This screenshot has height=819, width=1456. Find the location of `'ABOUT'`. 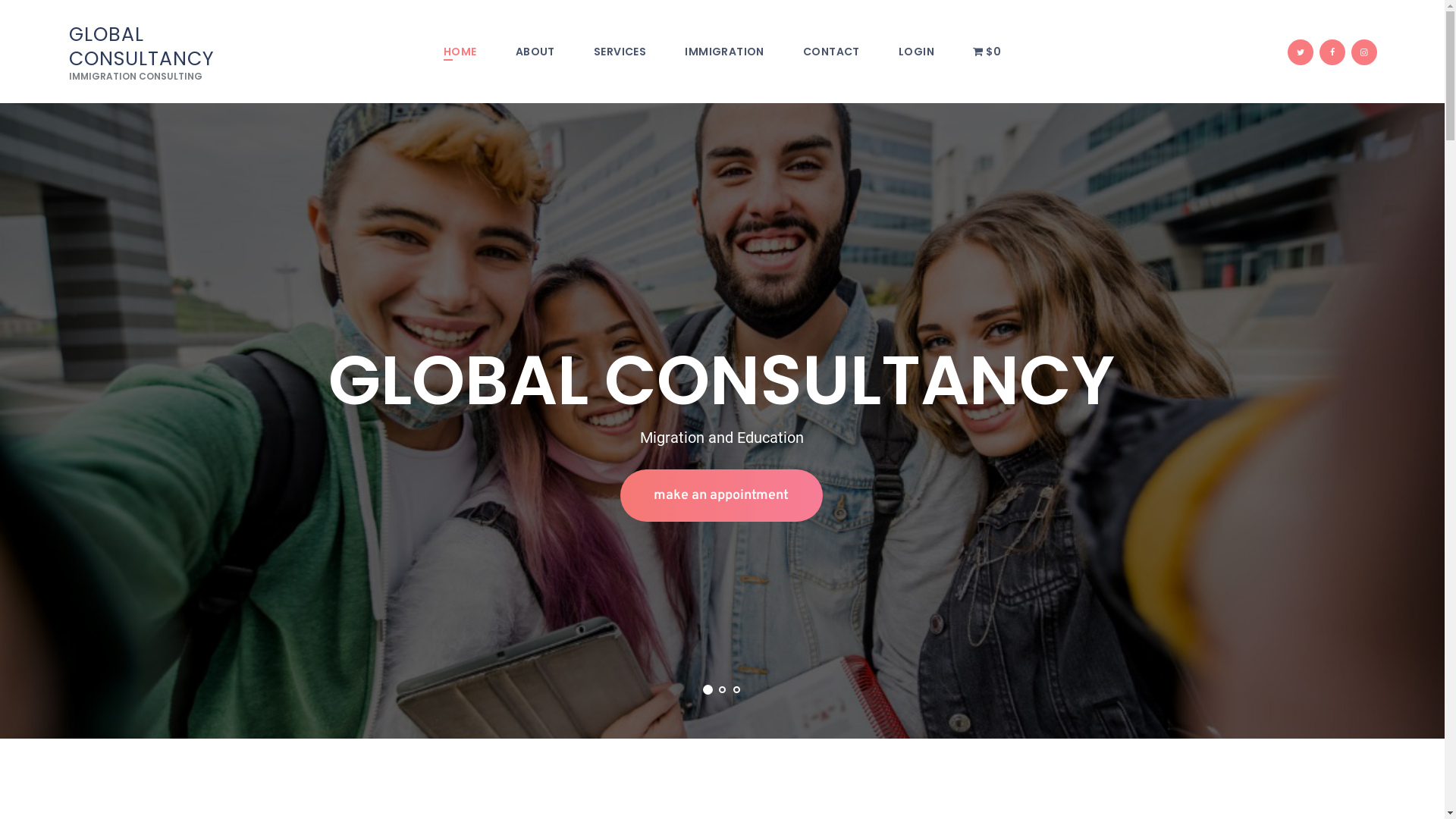

'ABOUT' is located at coordinates (535, 52).